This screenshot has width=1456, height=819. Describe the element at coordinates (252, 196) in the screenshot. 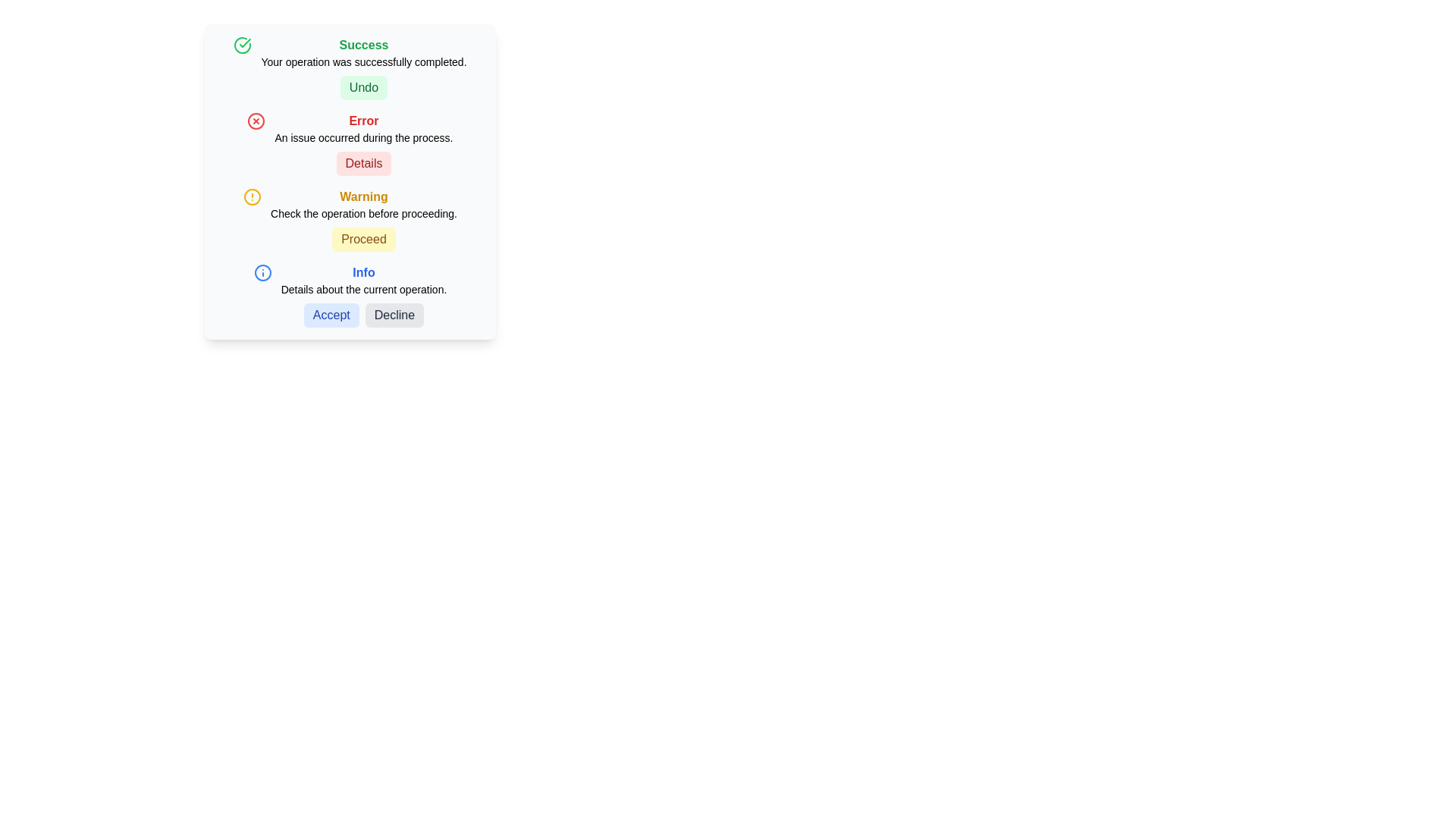

I see `the circular yellow icon in the 'Warning' section, which is the uppermost shape within the icon region` at that location.